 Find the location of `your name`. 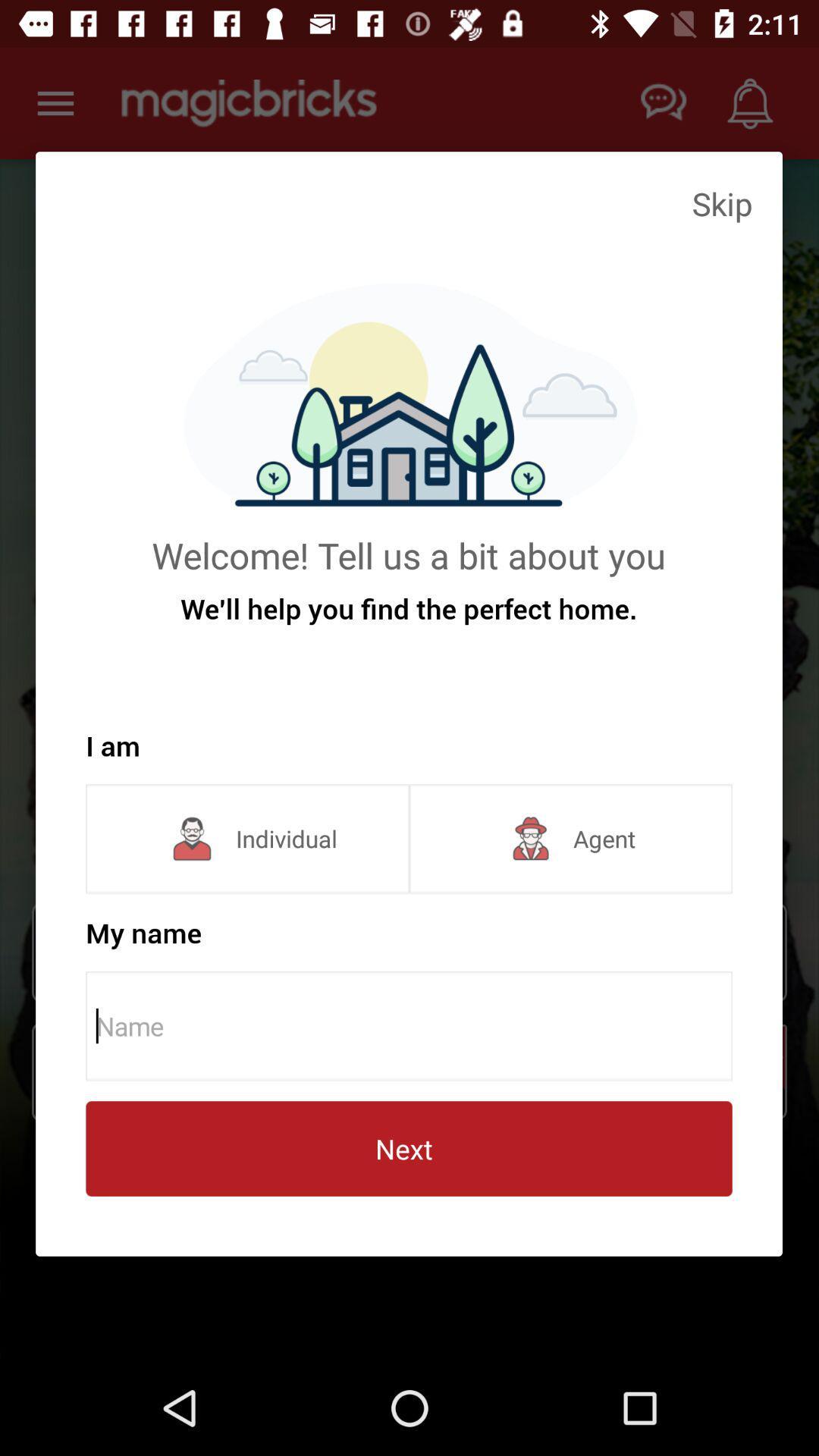

your name is located at coordinates (414, 1026).